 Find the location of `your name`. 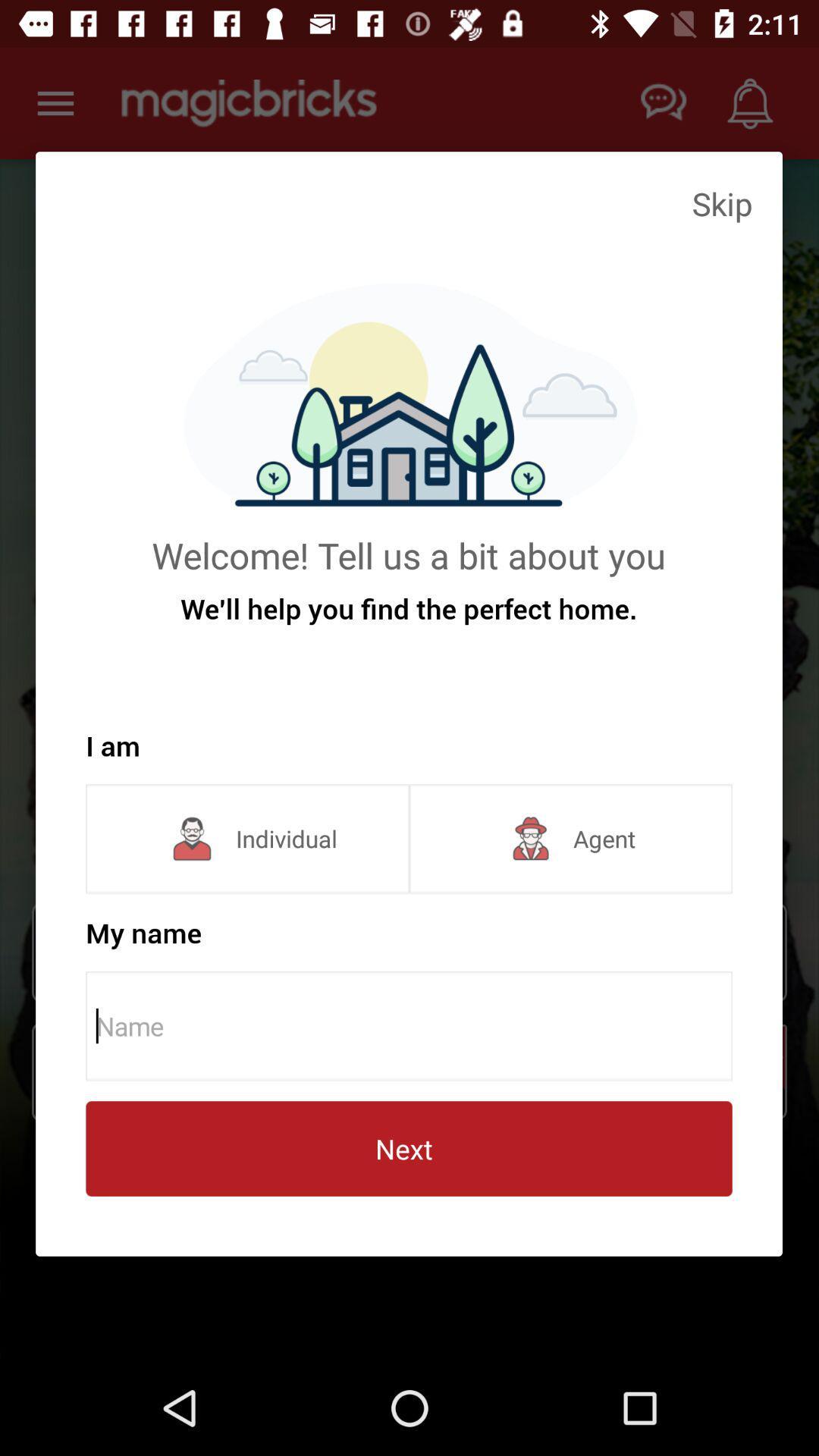

your name is located at coordinates (414, 1026).